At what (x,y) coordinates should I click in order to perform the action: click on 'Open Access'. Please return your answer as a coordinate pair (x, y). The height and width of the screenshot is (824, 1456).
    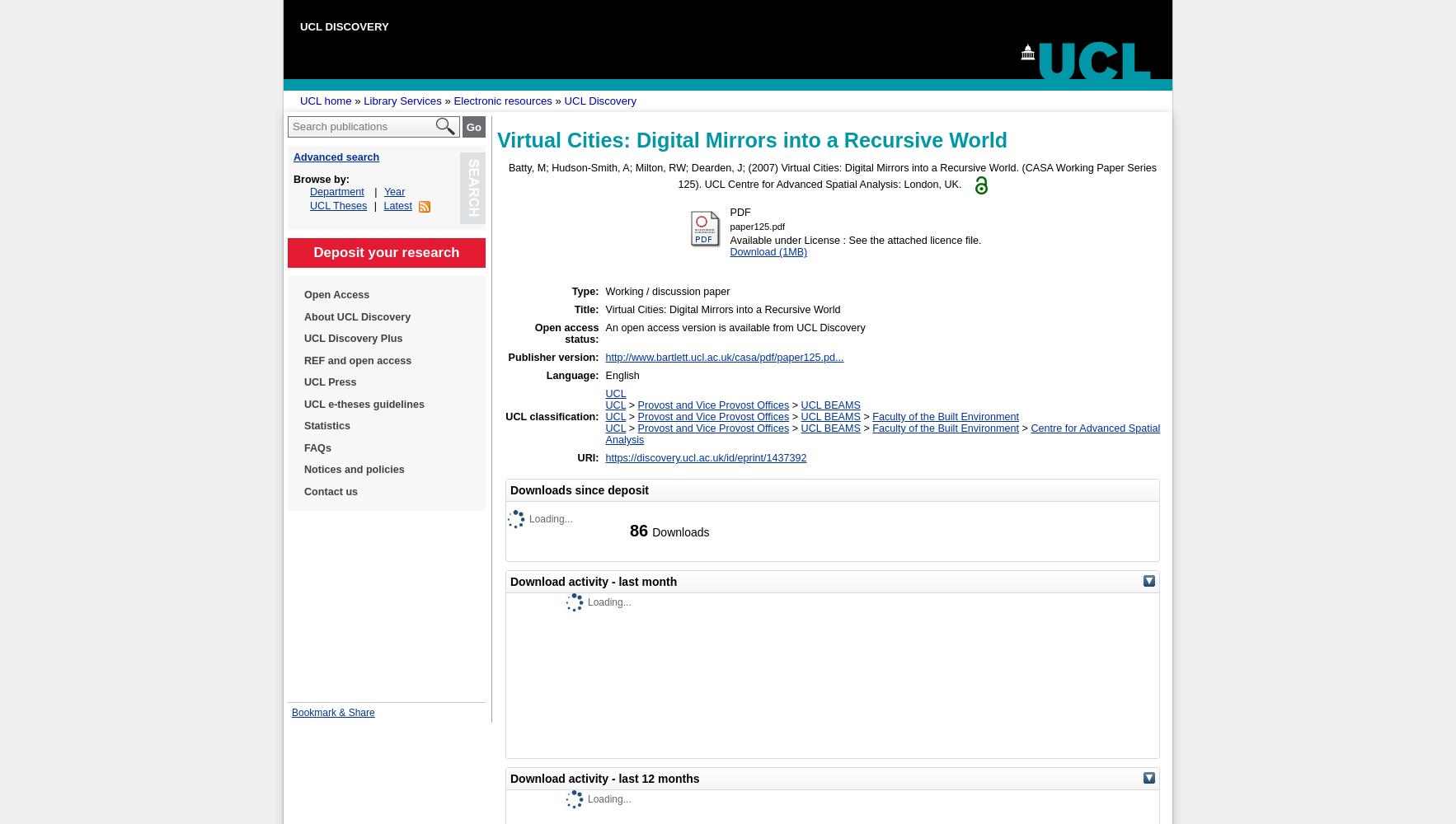
    Looking at the image, I should click on (336, 294).